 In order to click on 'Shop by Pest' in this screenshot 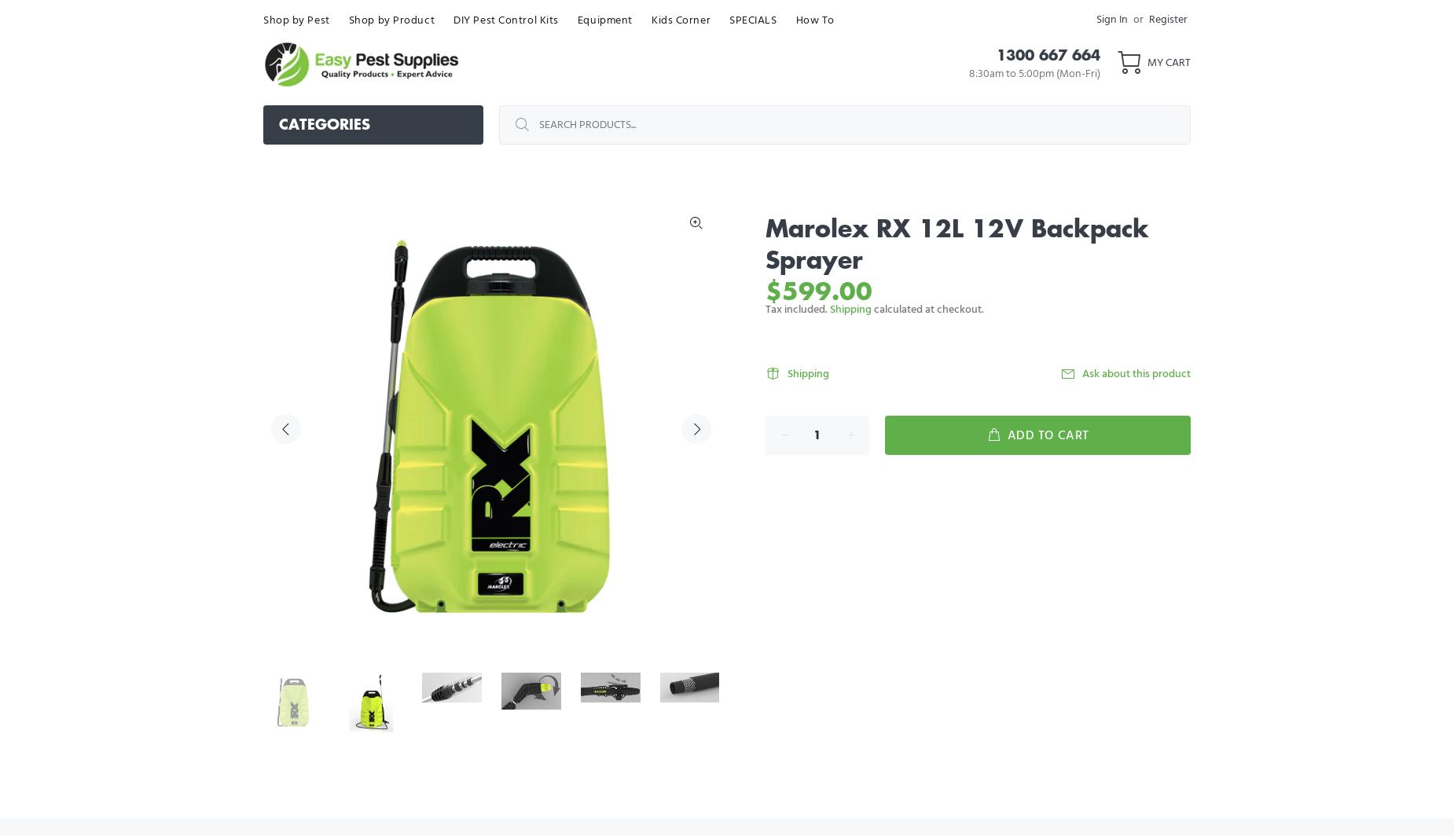, I will do `click(296, 20)`.